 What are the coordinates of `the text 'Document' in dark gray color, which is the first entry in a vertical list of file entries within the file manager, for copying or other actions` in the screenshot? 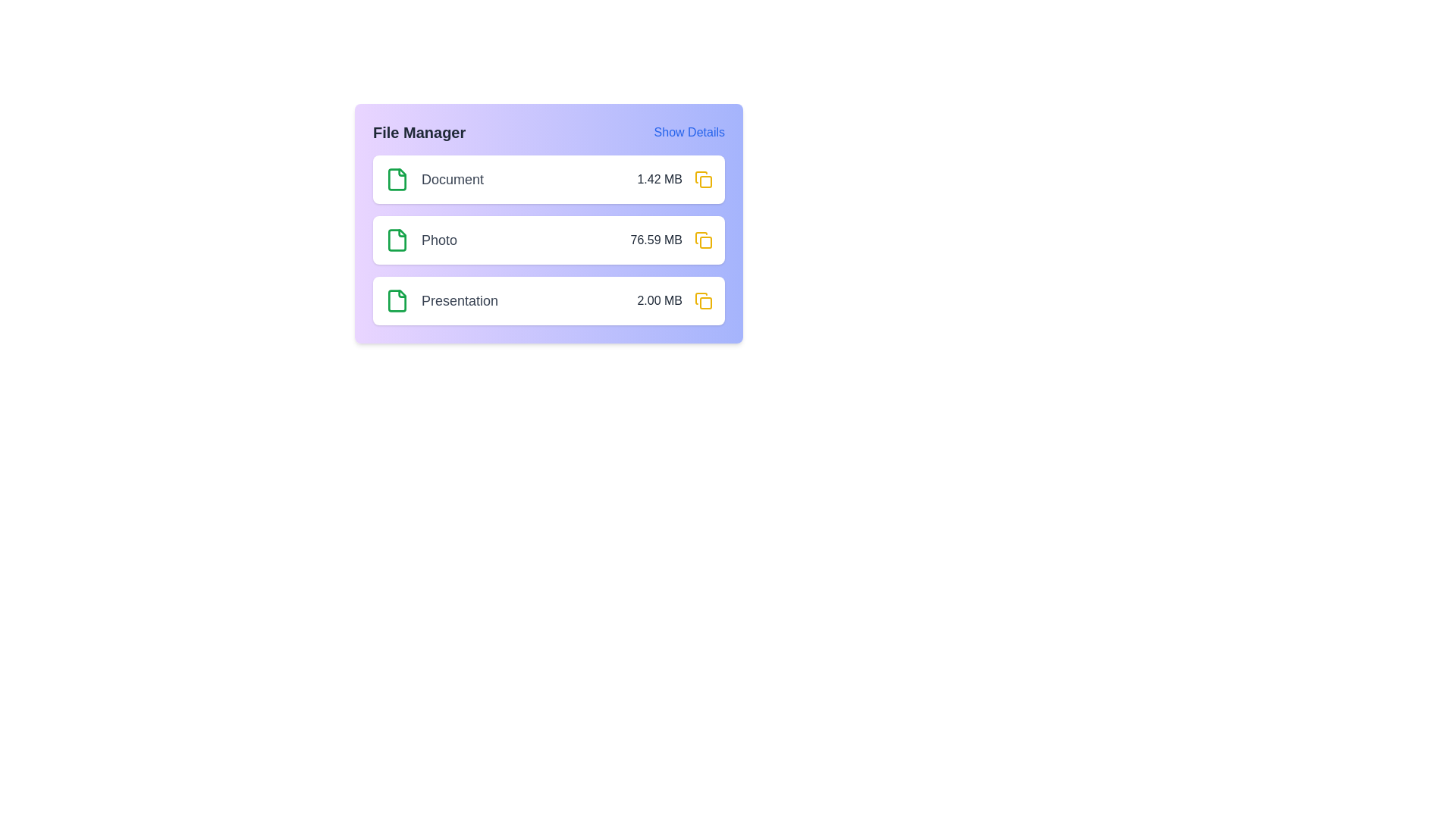 It's located at (451, 178).